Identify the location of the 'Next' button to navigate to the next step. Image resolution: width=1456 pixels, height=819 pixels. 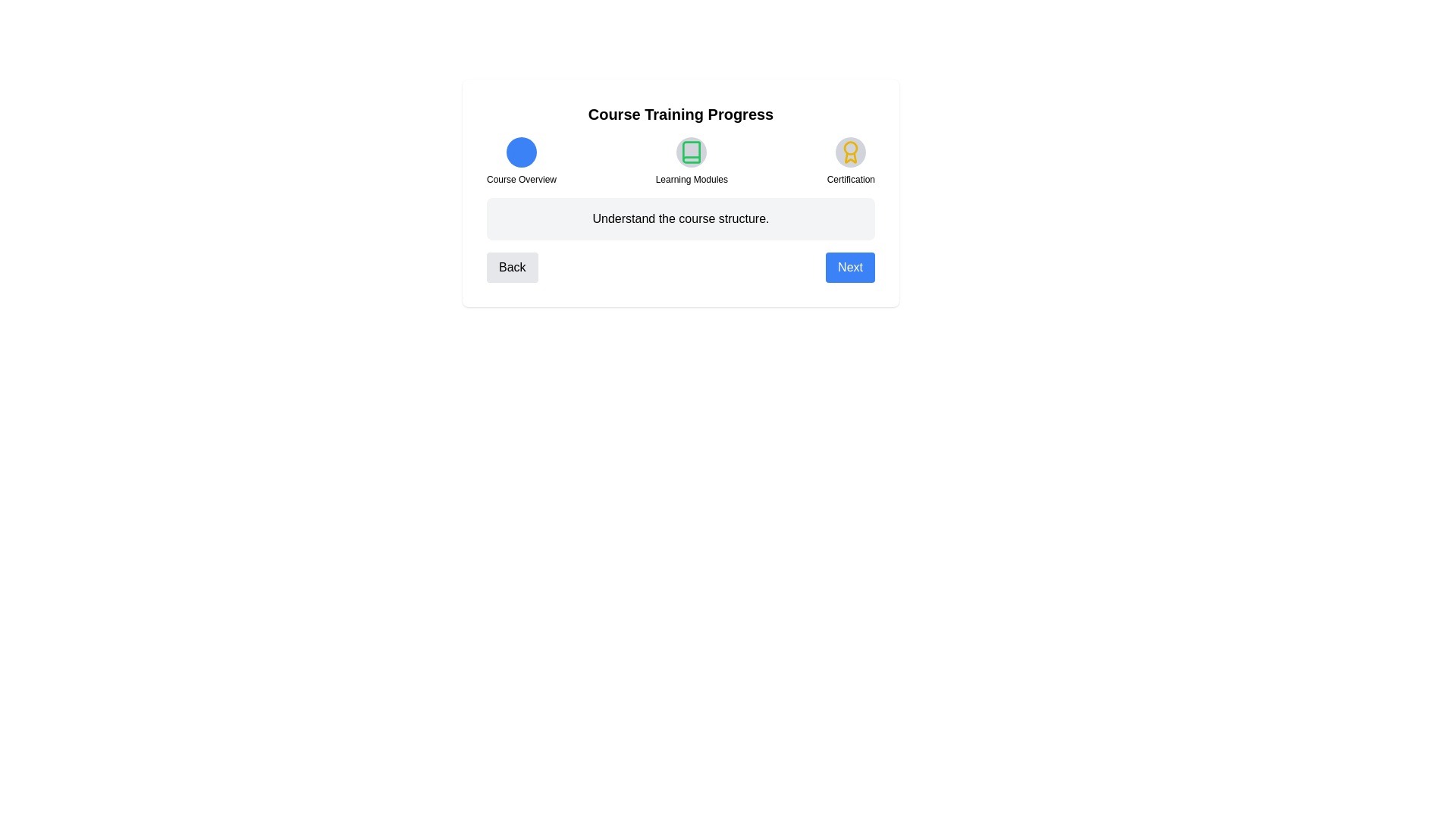
(850, 267).